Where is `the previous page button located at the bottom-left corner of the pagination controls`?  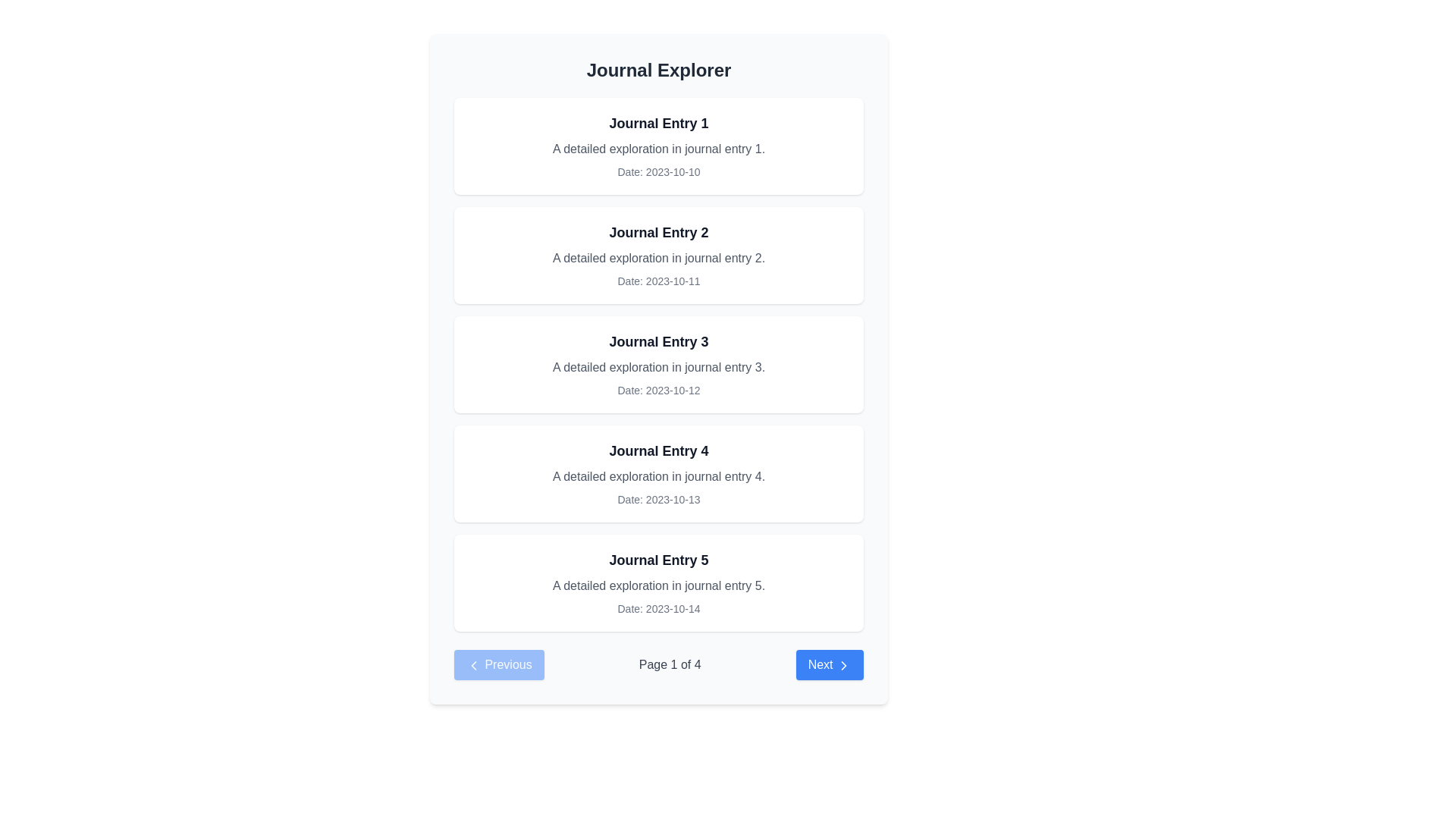
the previous page button located at the bottom-left corner of the pagination controls is located at coordinates (499, 664).